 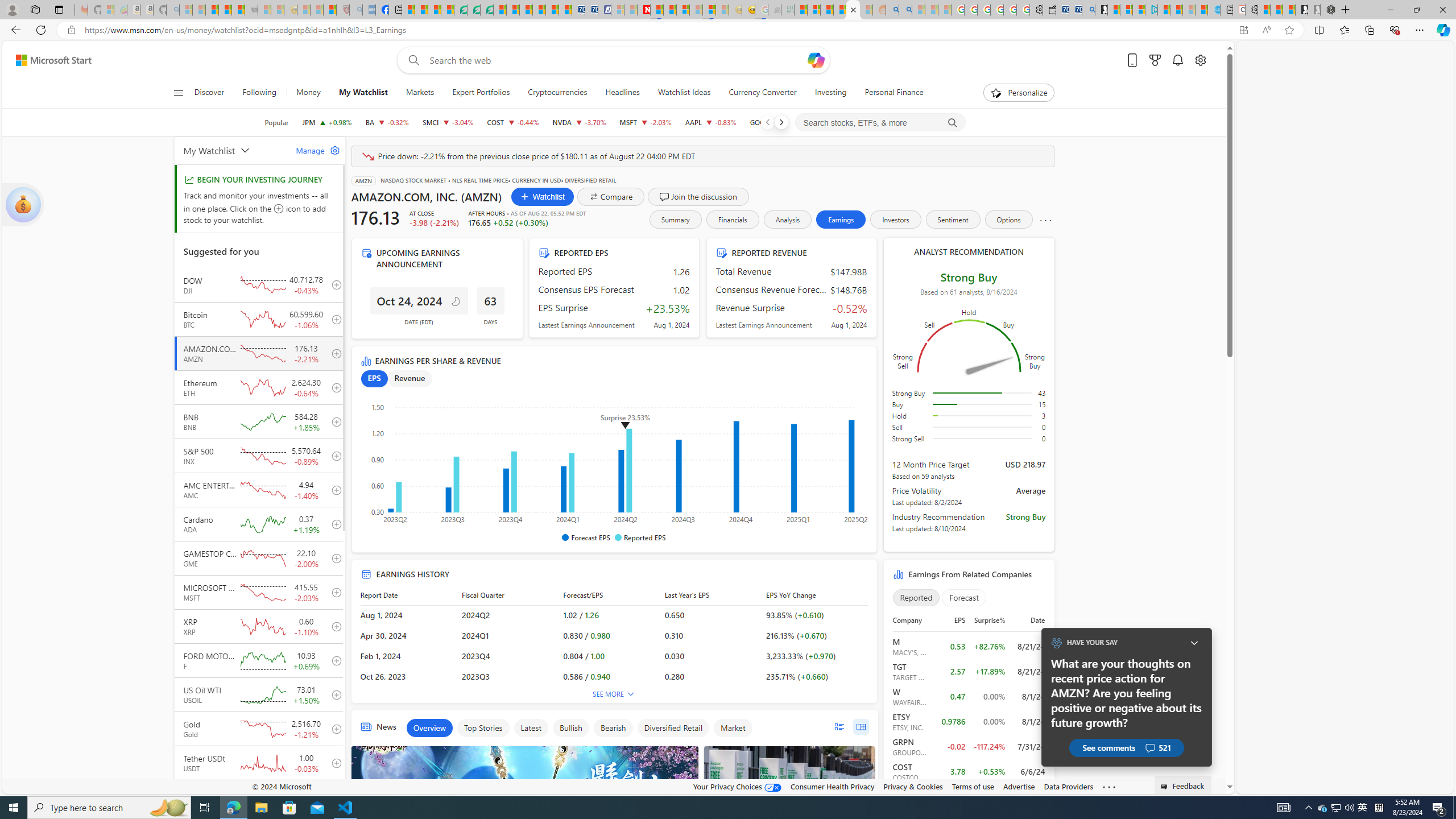 I want to click on 'Personal Finance', so click(x=893, y=92).